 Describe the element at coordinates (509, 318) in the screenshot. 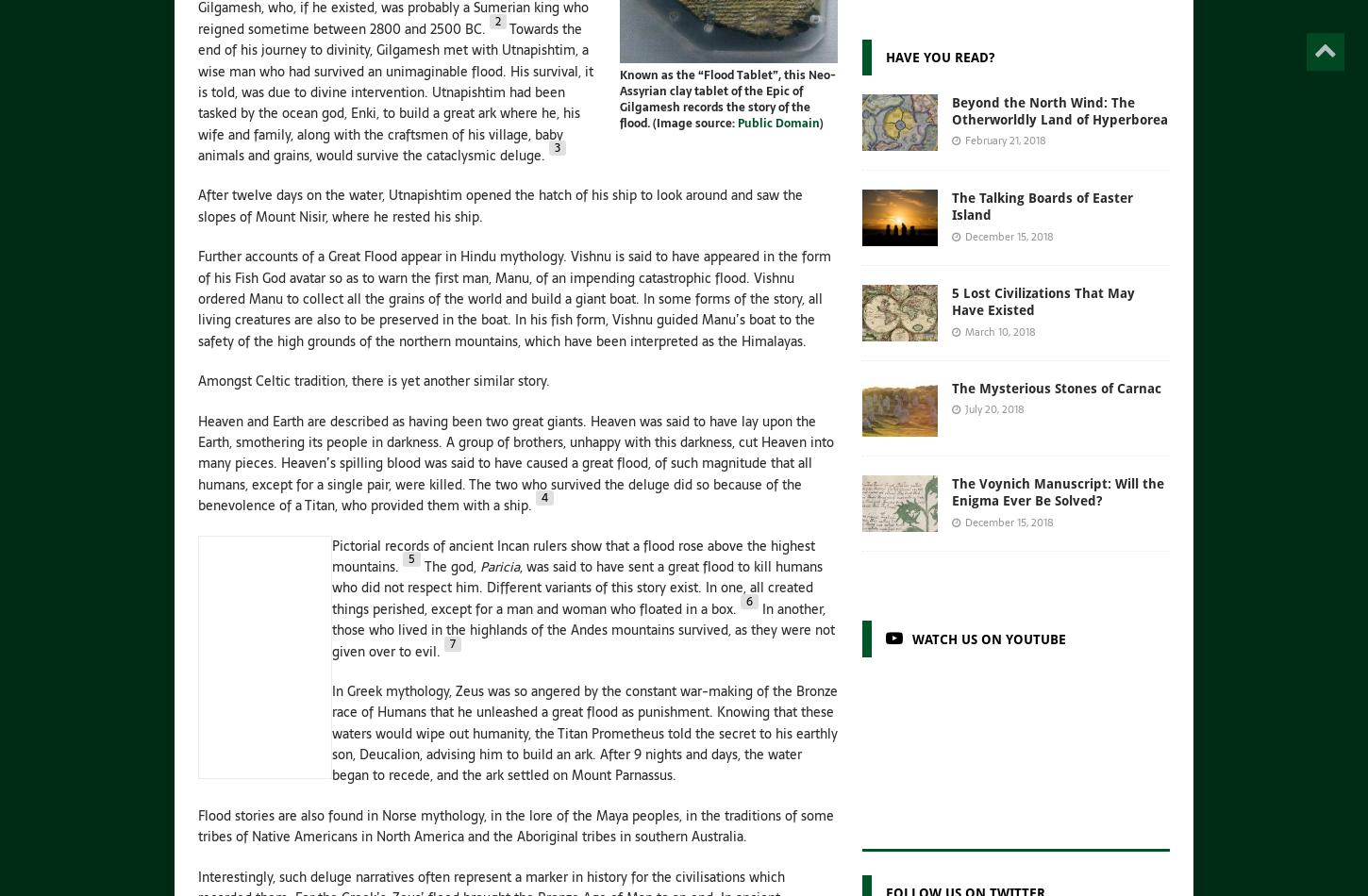

I see `'In some forms of the story, all living creatures are also to be preserved in the boat. In his fish form, Vishnu guided Manu’s boat to the safety of the high grounds of the northern mountains, which have been interpreted as the Himalayas.'` at that location.